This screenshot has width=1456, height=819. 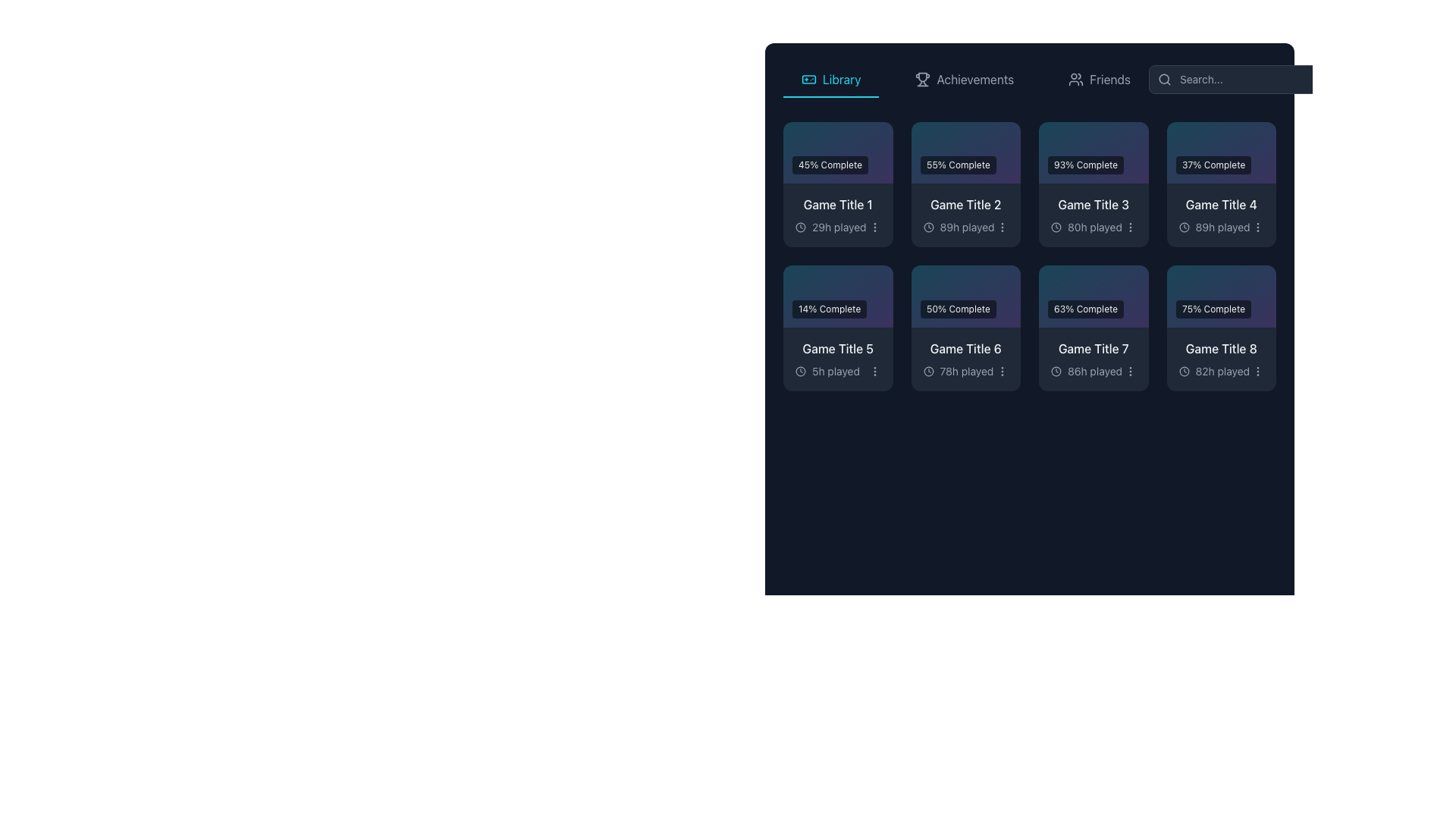 I want to click on text value displayed as '89h played' in the Text label located in the card for 'Game Title 4', positioned in the fourth column of the top row, to the right of the clock icon, so click(x=1222, y=227).